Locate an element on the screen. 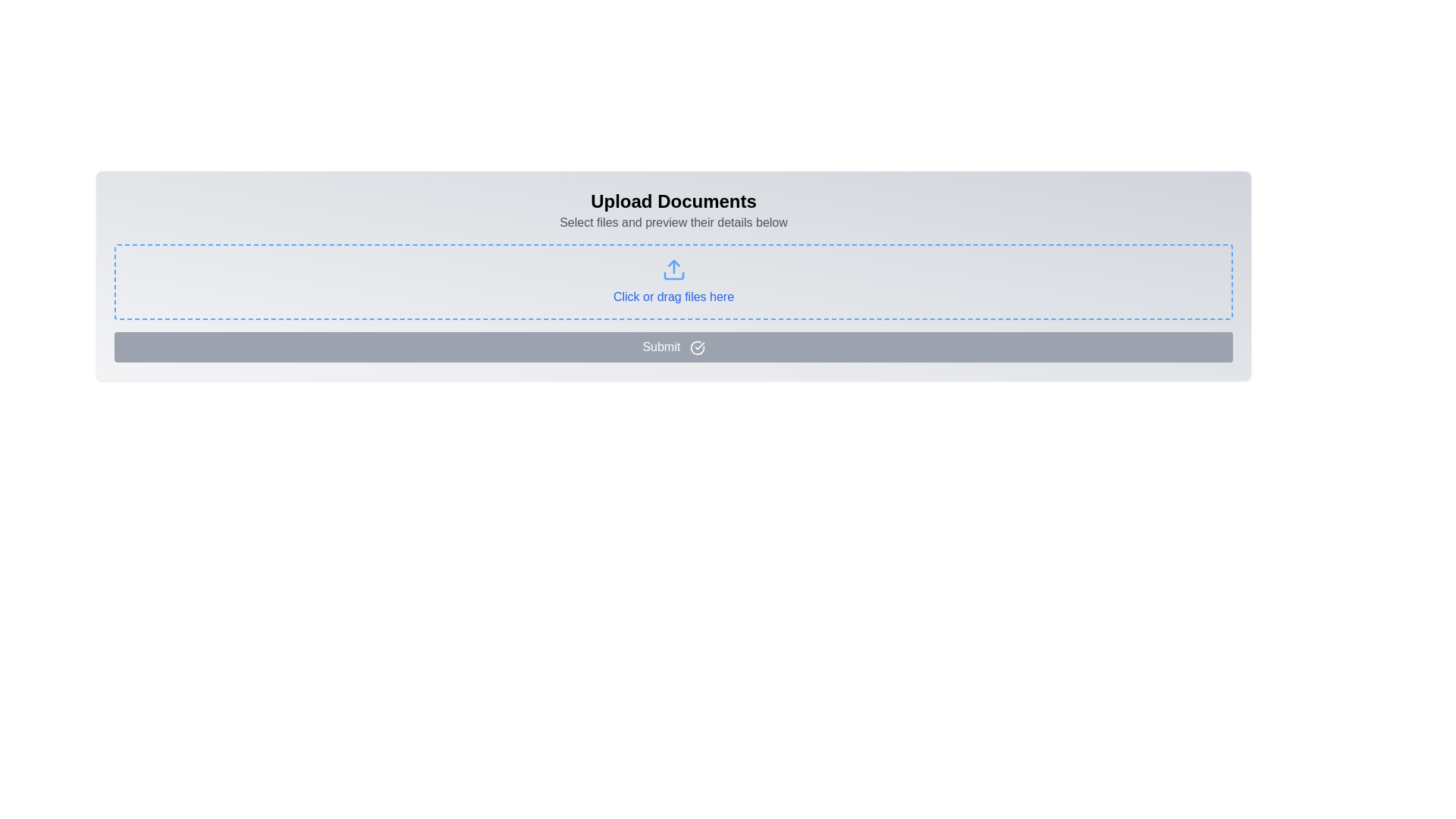  instructional text 'Select files and preview their details below' located below the heading 'Upload Documents' is located at coordinates (673, 222).